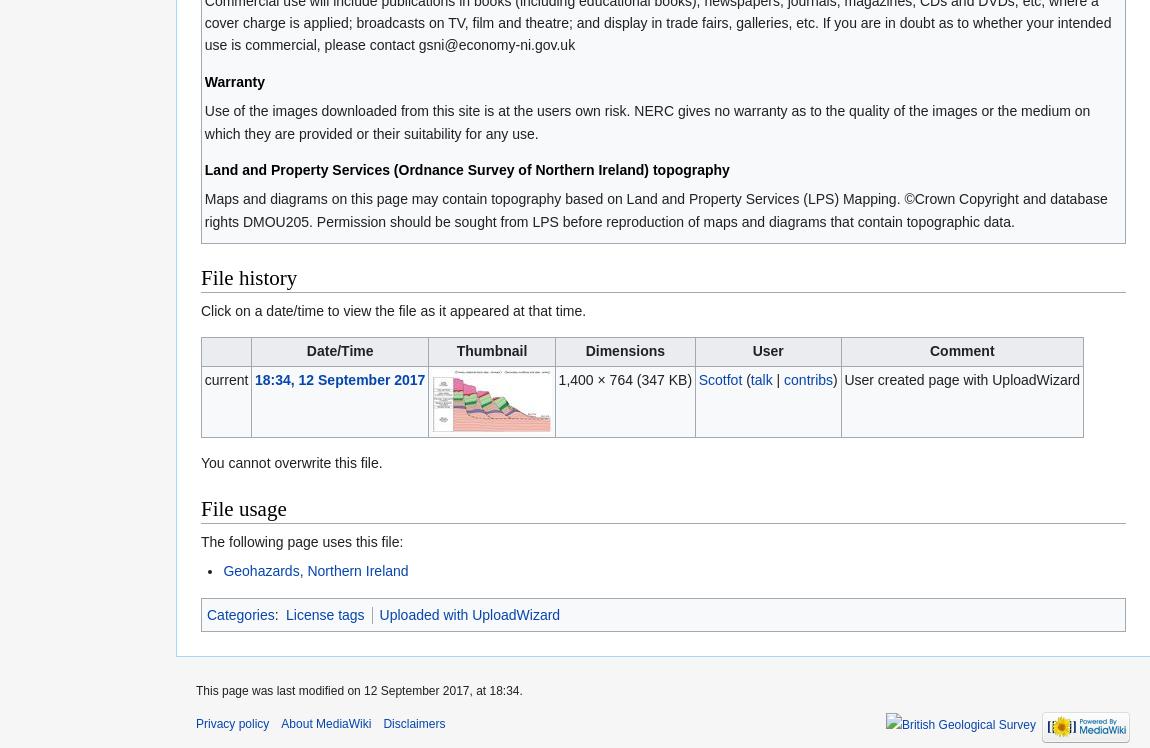  I want to click on 'Land and Property Services (Ordnance Survey of Northern Ireland) topography', so click(466, 167).